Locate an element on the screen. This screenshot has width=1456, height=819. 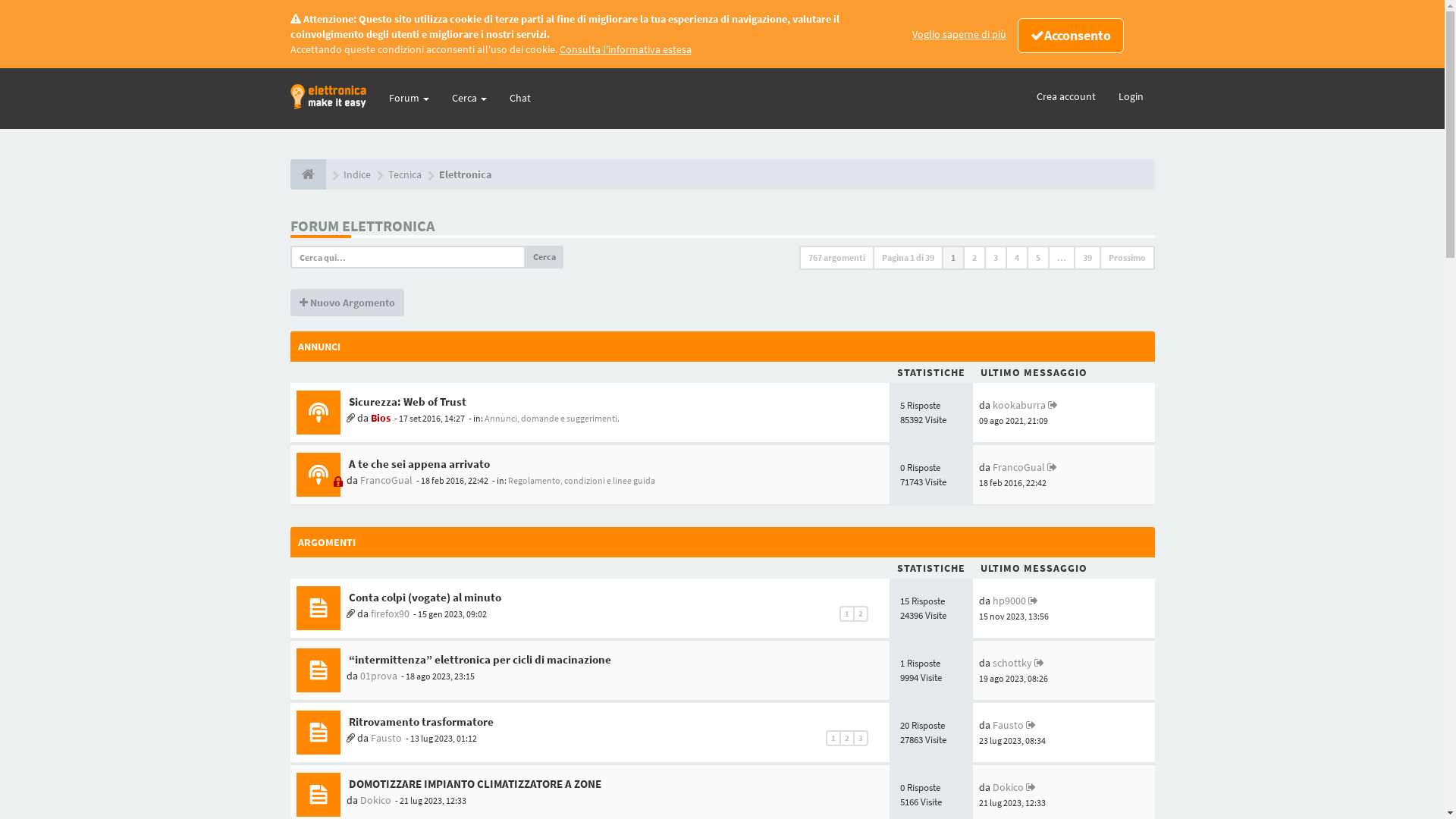
'Login' is located at coordinates (1131, 96).